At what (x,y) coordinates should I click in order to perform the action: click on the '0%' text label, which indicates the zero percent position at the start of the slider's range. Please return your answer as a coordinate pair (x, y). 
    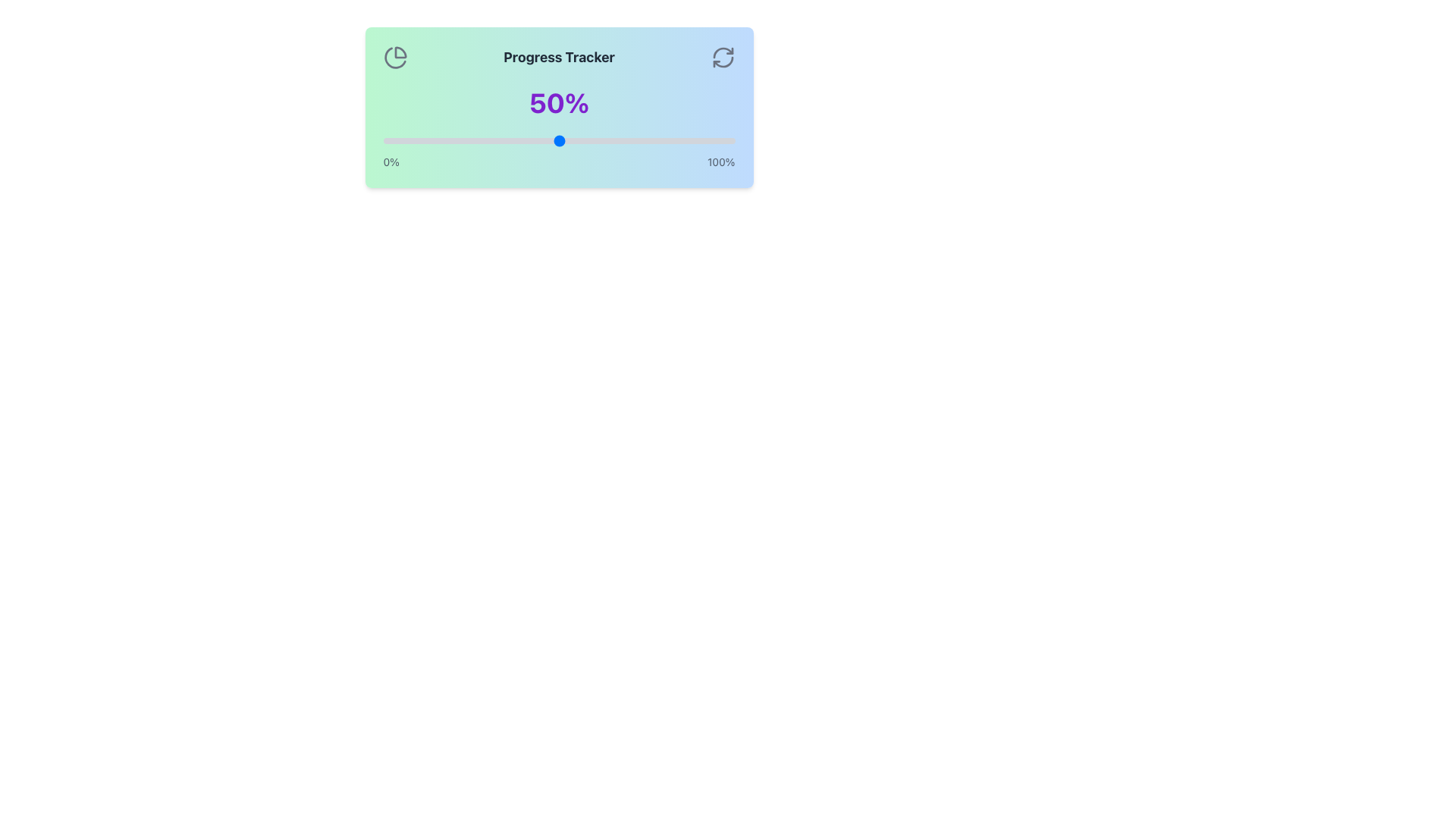
    Looking at the image, I should click on (391, 162).